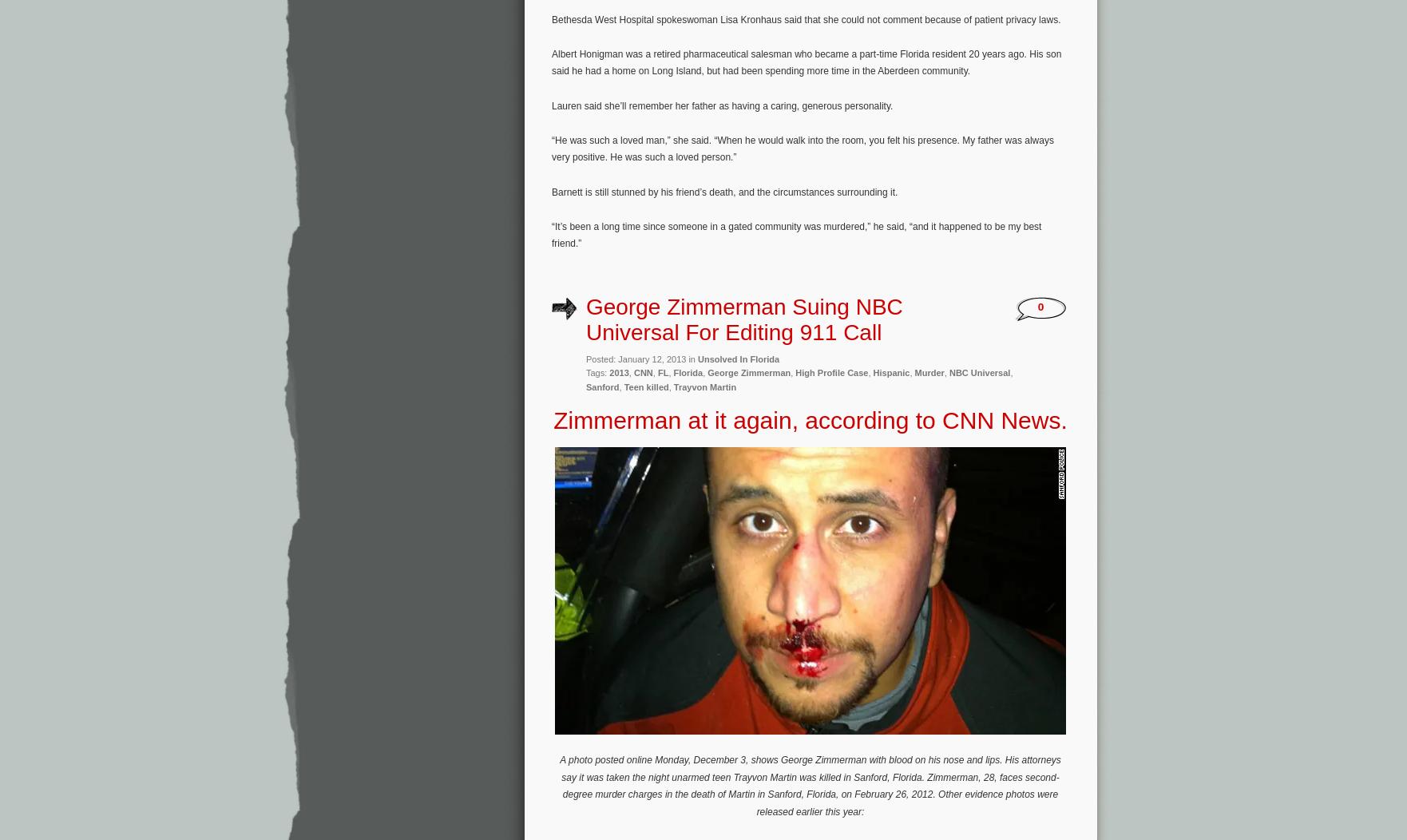 The width and height of the screenshot is (1407, 840). I want to click on 'Albert Honigman was a retired pharmaceutical salesman who became a part-time Florida resident 20 years ago. His son said he had a home on Long Island, but had been spending more time in the Aberdeen community.', so click(806, 61).